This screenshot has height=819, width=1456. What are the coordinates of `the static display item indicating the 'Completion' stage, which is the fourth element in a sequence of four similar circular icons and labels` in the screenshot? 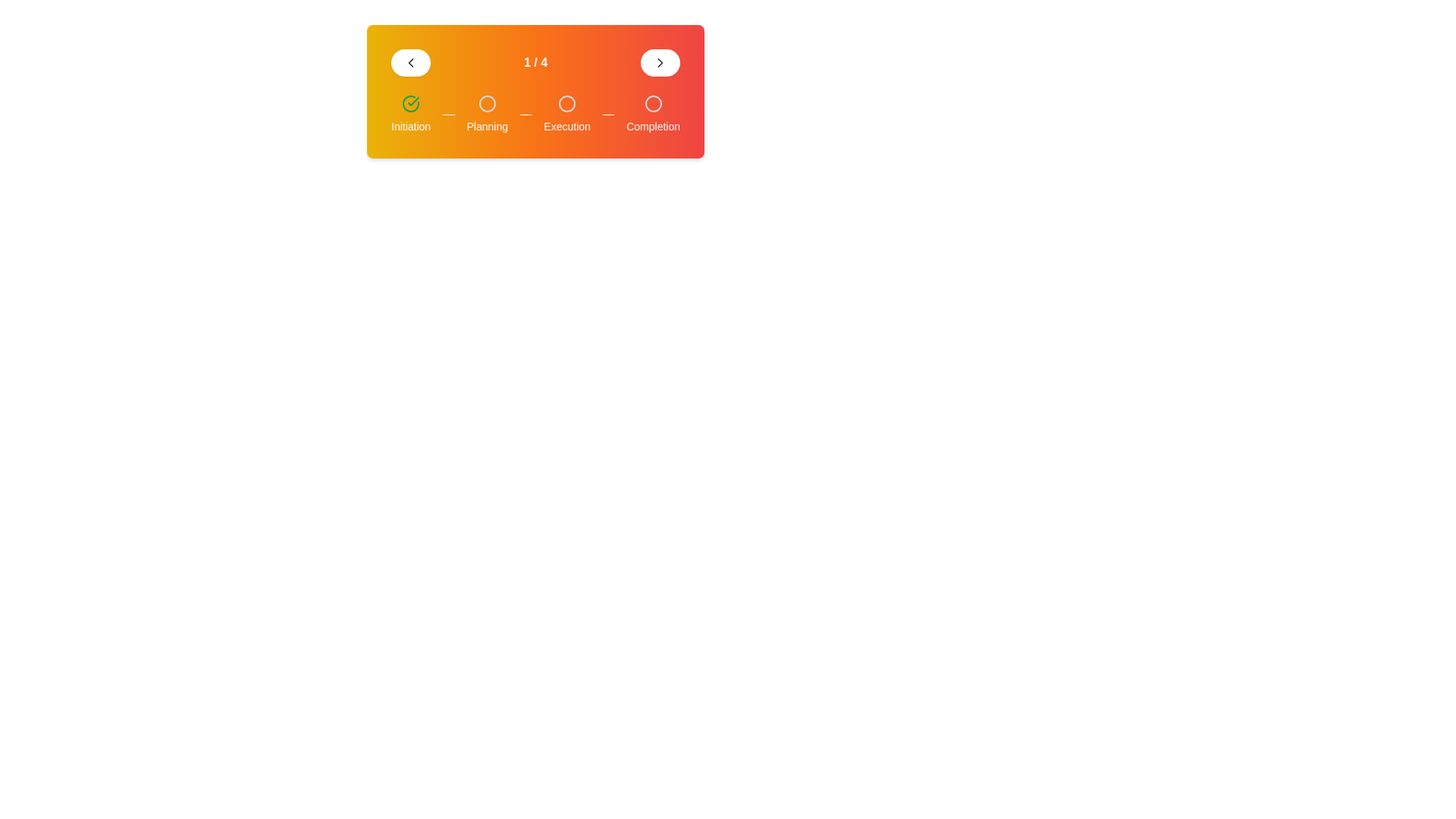 It's located at (653, 113).